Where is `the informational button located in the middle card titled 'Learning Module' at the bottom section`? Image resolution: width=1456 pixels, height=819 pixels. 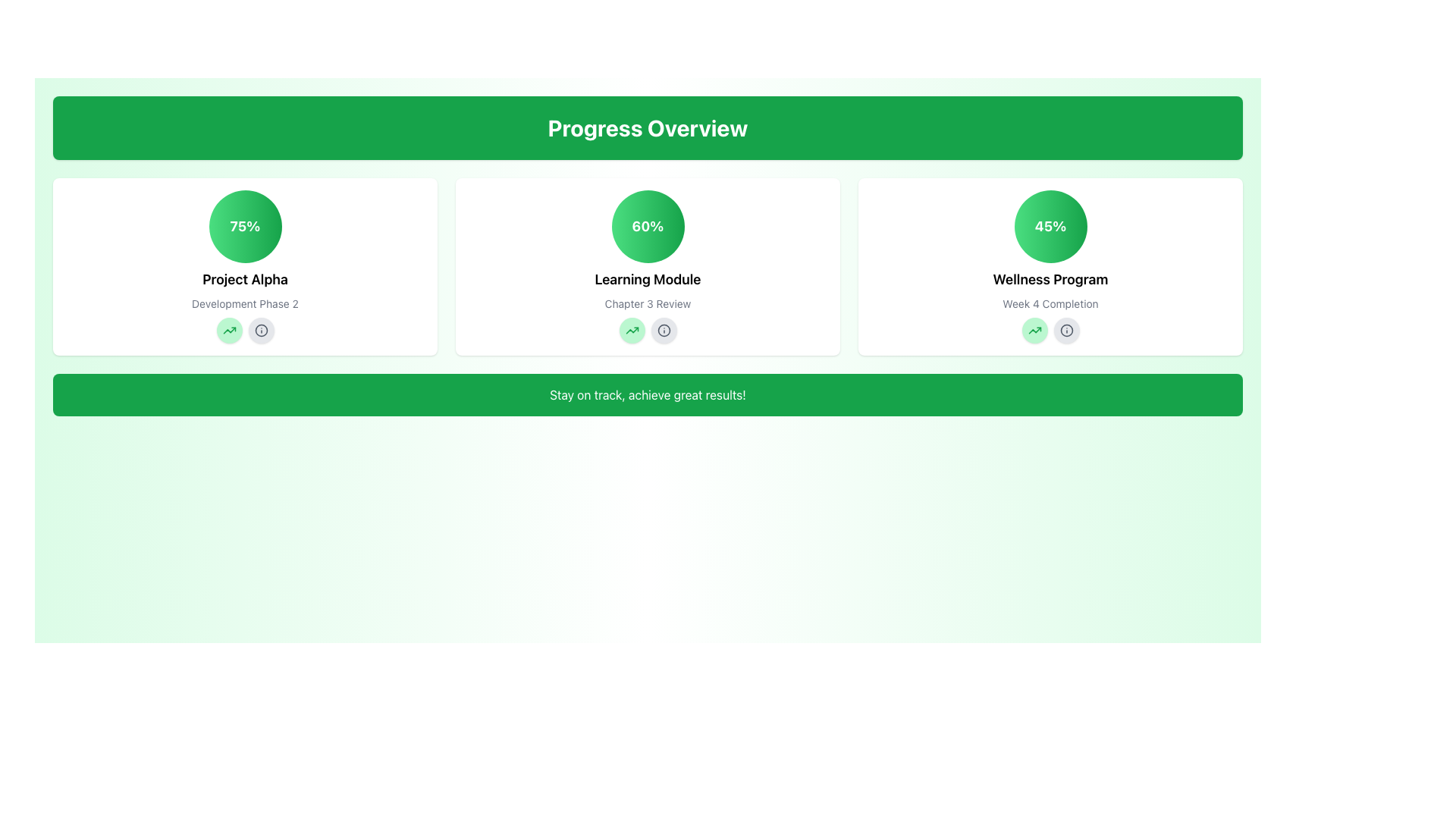 the informational button located in the middle card titled 'Learning Module' at the bottom section is located at coordinates (664, 329).